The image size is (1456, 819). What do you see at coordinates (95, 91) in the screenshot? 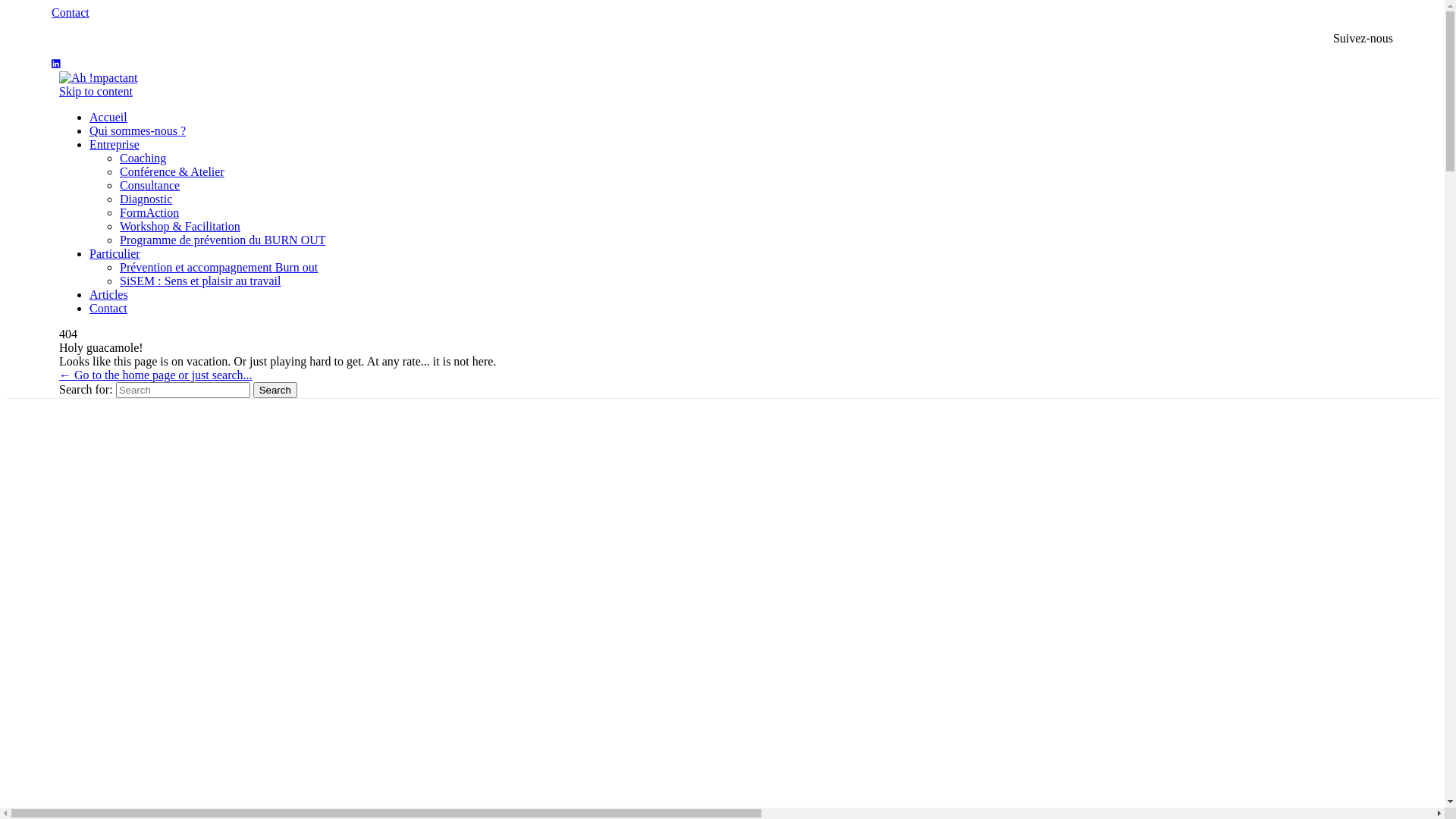
I see `'Skip to content'` at bounding box center [95, 91].